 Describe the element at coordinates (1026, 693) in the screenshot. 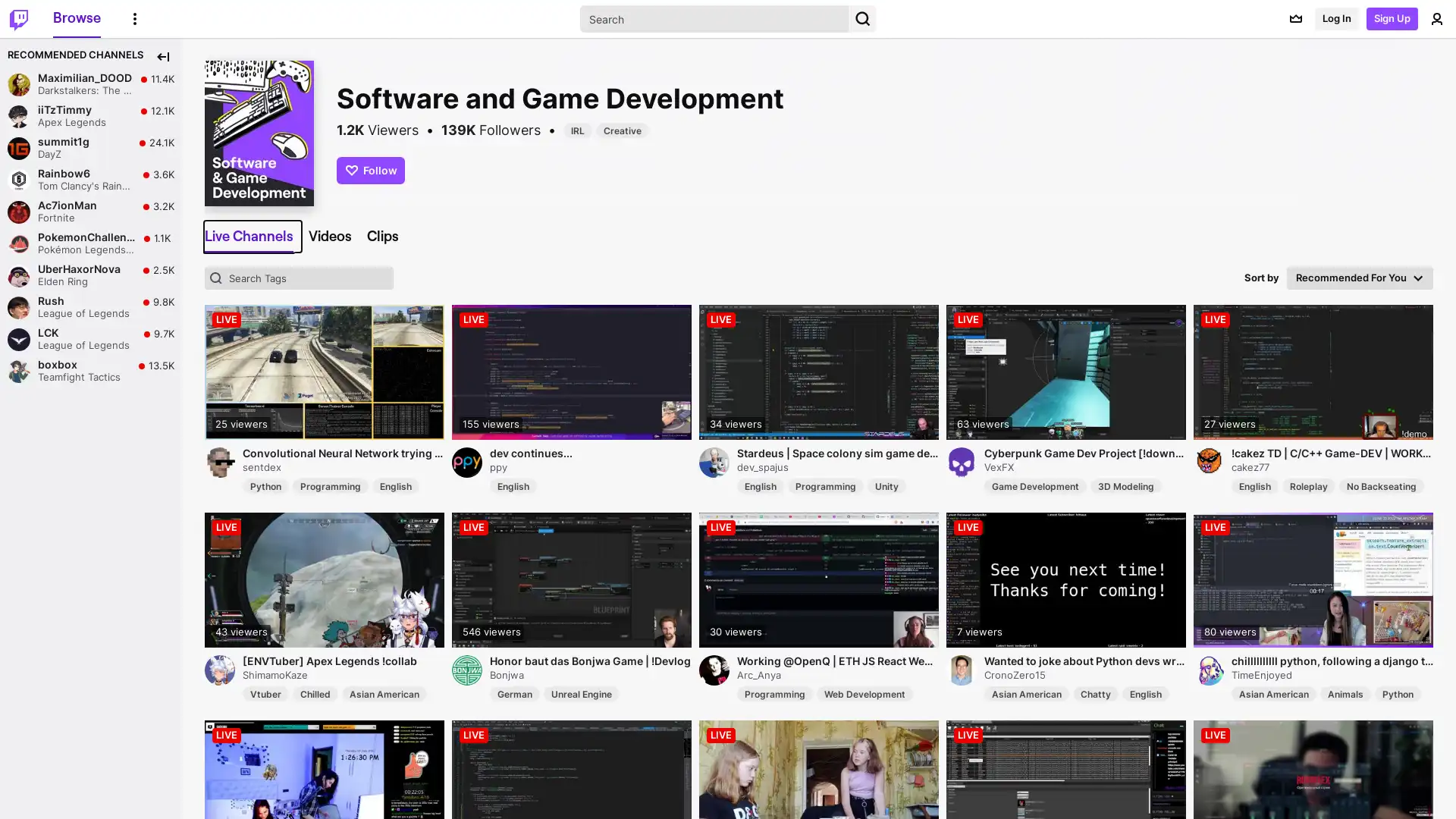

I see `Asian American` at that location.